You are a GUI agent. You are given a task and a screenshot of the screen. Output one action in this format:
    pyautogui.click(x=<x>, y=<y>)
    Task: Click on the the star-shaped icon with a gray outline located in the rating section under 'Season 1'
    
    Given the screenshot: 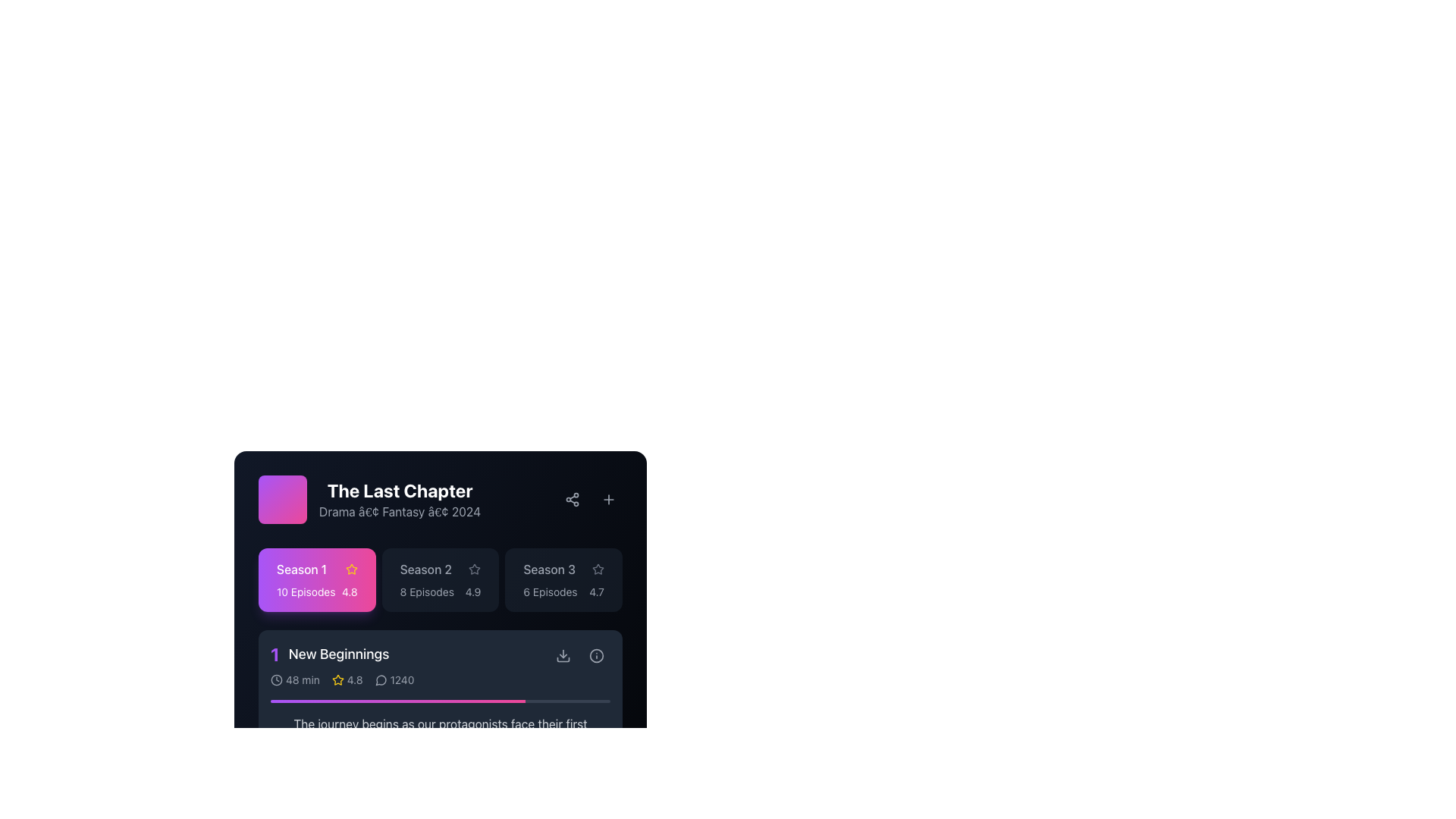 What is the action you would take?
    pyautogui.click(x=597, y=569)
    